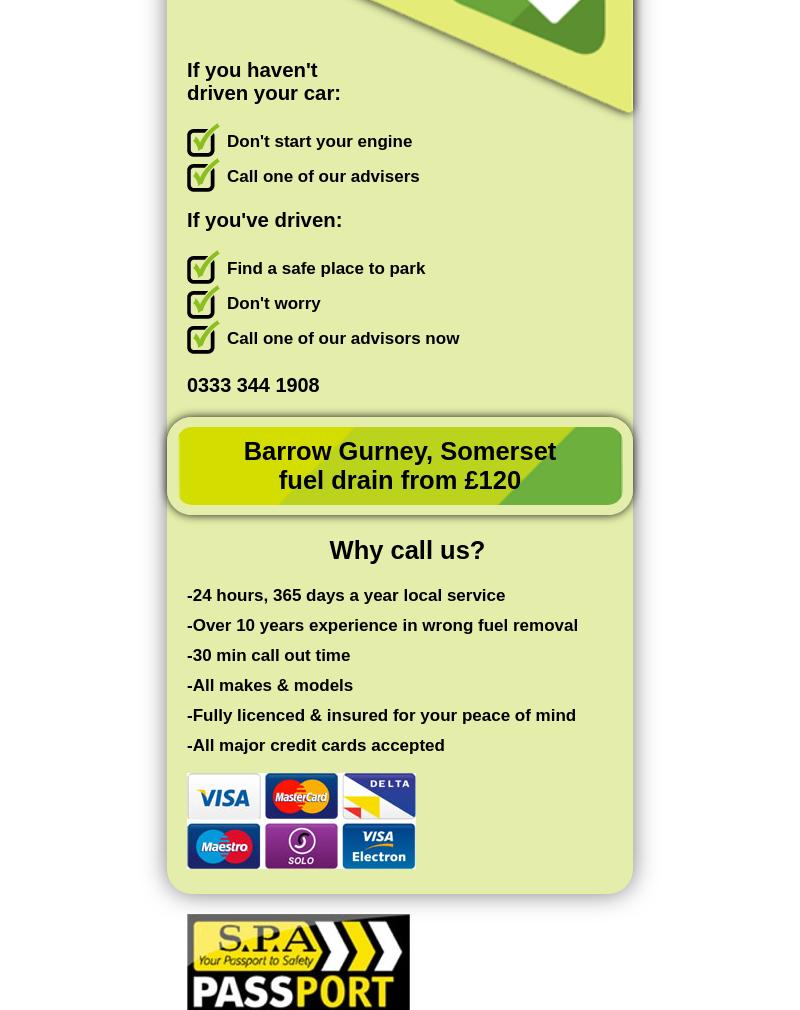 The image size is (800, 1010). I want to click on 'If you've driven:', so click(263, 218).